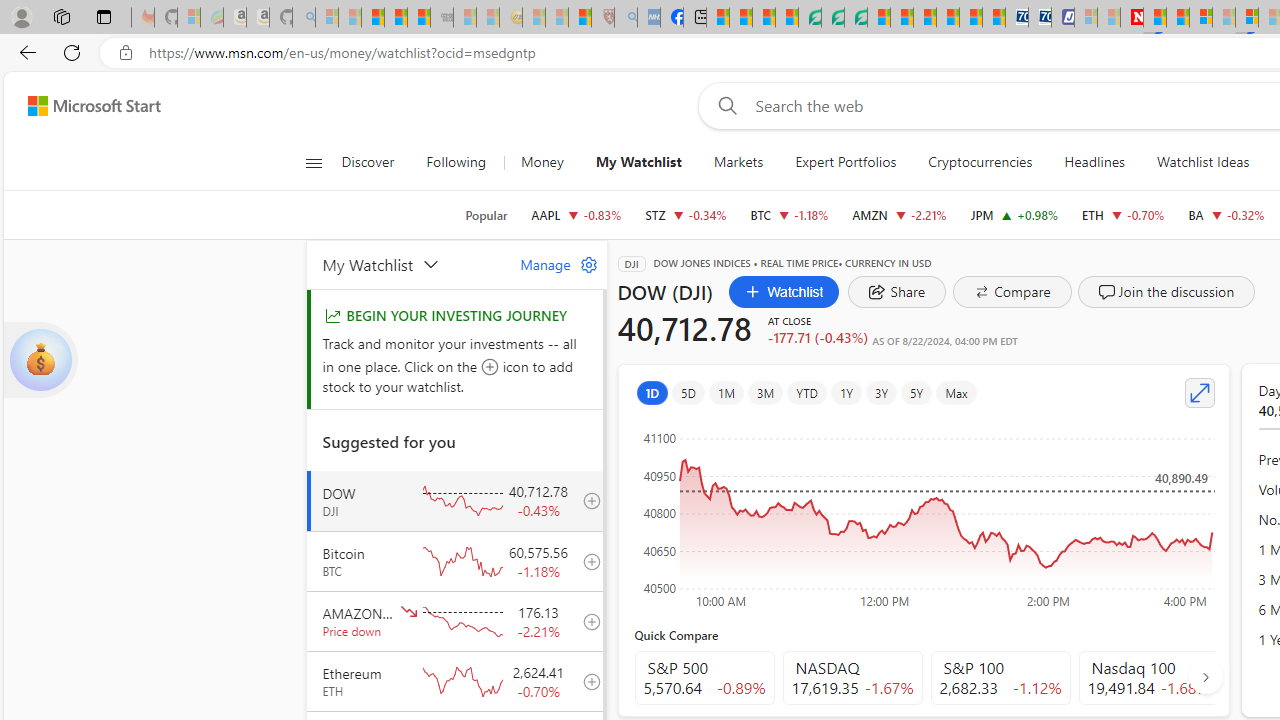  Describe the element at coordinates (688, 392) in the screenshot. I see `'5D'` at that location.